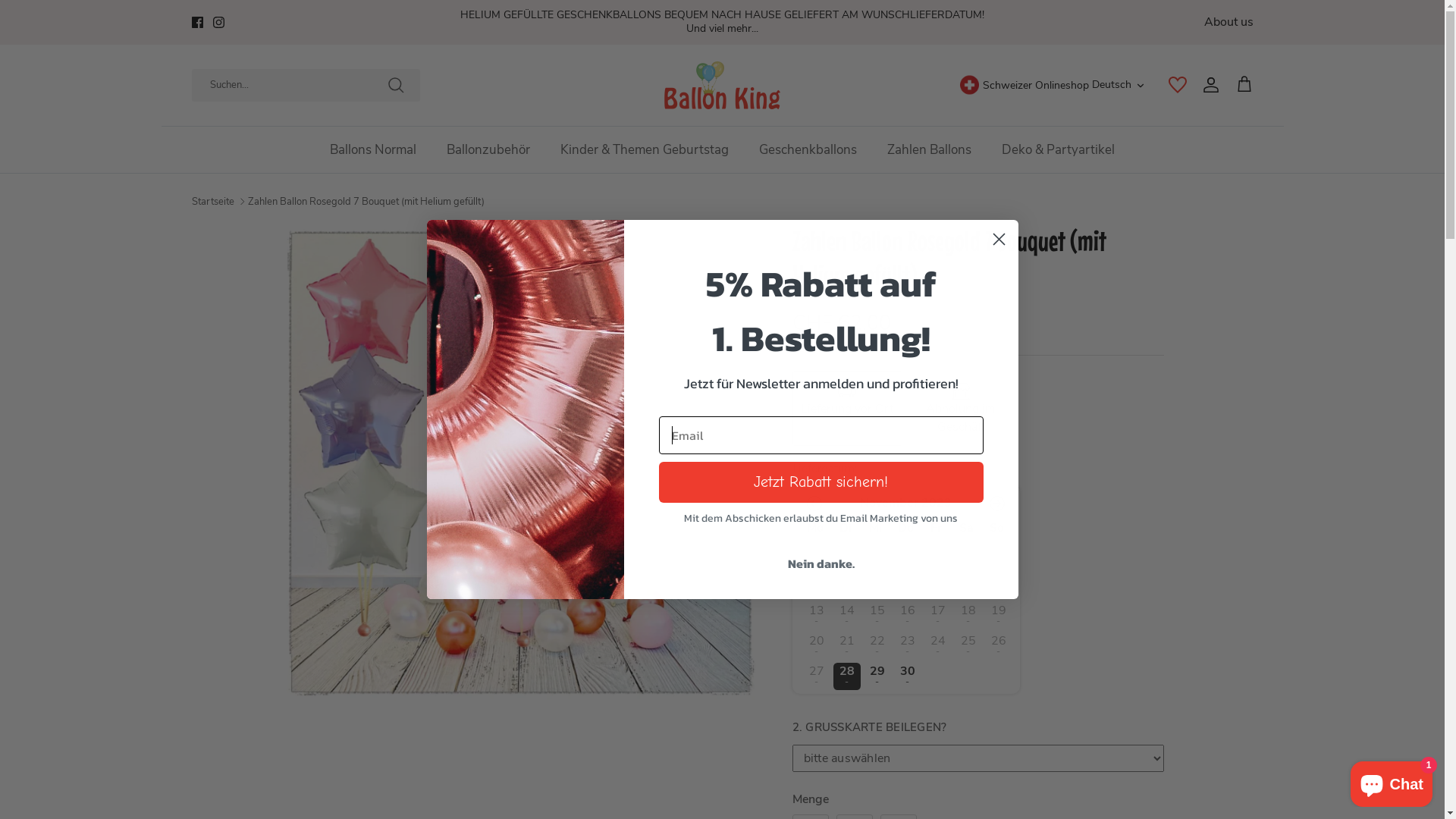 The width and height of the screenshot is (1456, 819). What do you see at coordinates (1057, 149) in the screenshot?
I see `'Deko & Partyartikel'` at bounding box center [1057, 149].